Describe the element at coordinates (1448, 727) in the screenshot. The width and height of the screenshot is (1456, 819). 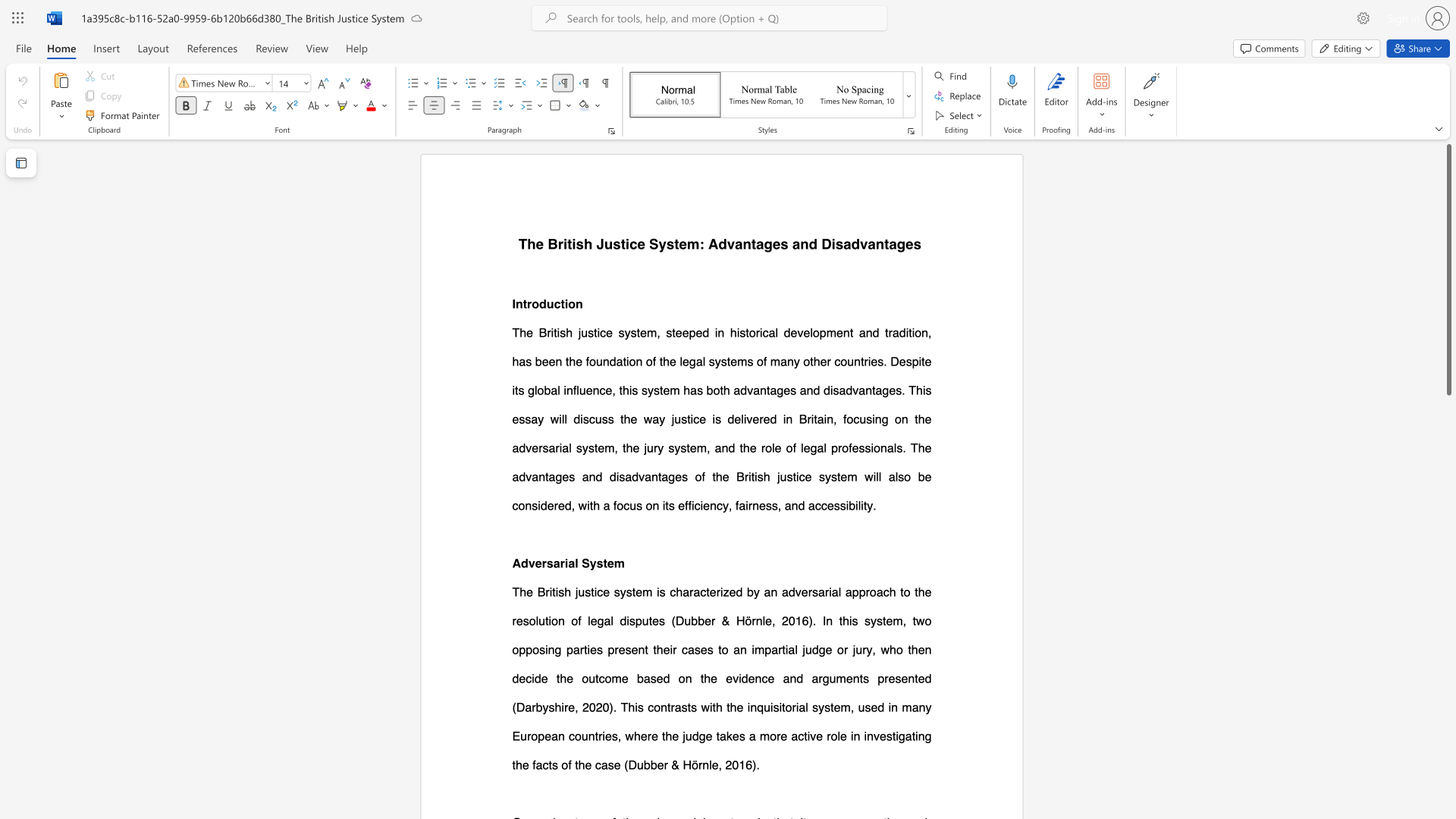
I see `the scrollbar on the right side to scroll the page down` at that location.